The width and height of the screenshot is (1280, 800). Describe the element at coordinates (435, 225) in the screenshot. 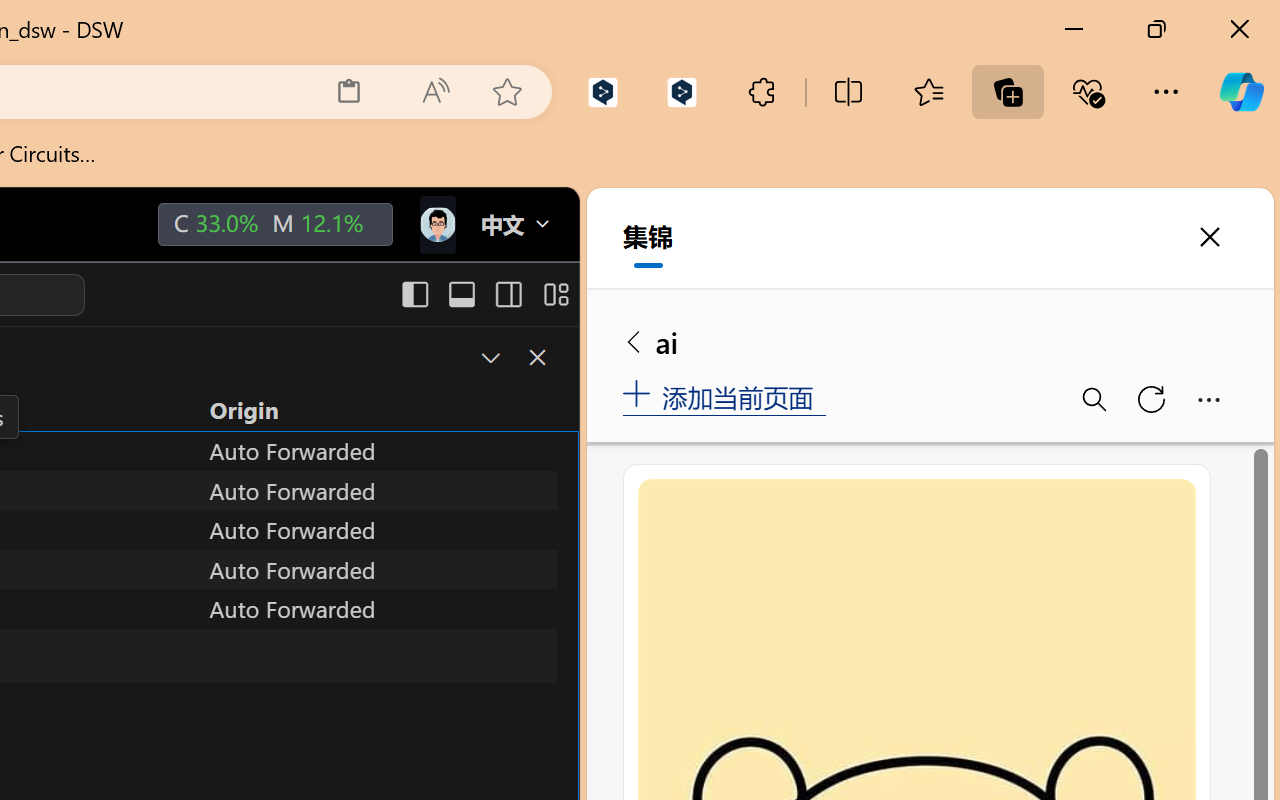

I see `'Class: next-menu next-hoz widgets--iconMenu--BFkiHRM'` at that location.